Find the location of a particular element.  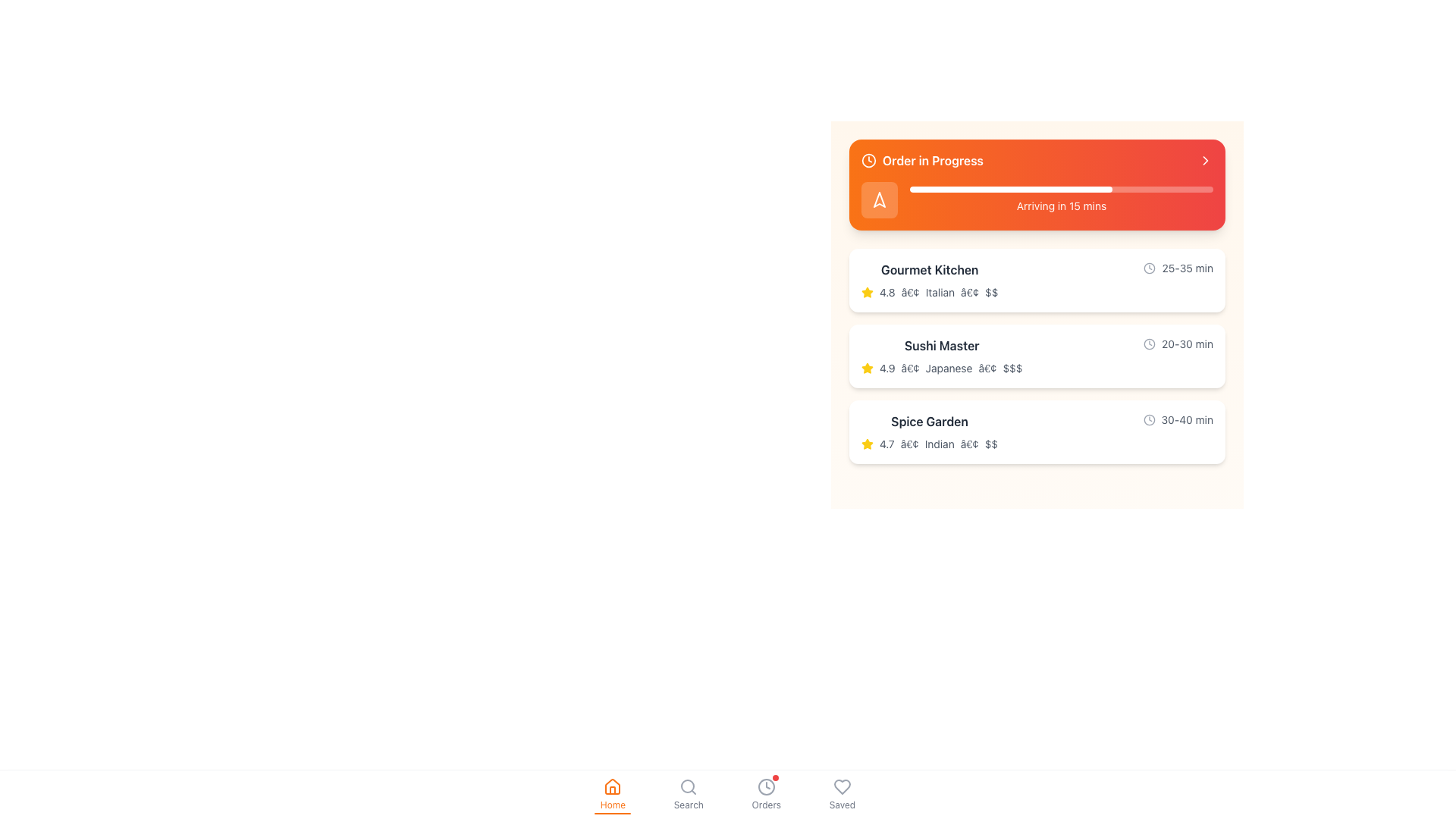

the 'Saved' button, which is the rightmost element in the bottom horizontal bar of the interface is located at coordinates (841, 794).